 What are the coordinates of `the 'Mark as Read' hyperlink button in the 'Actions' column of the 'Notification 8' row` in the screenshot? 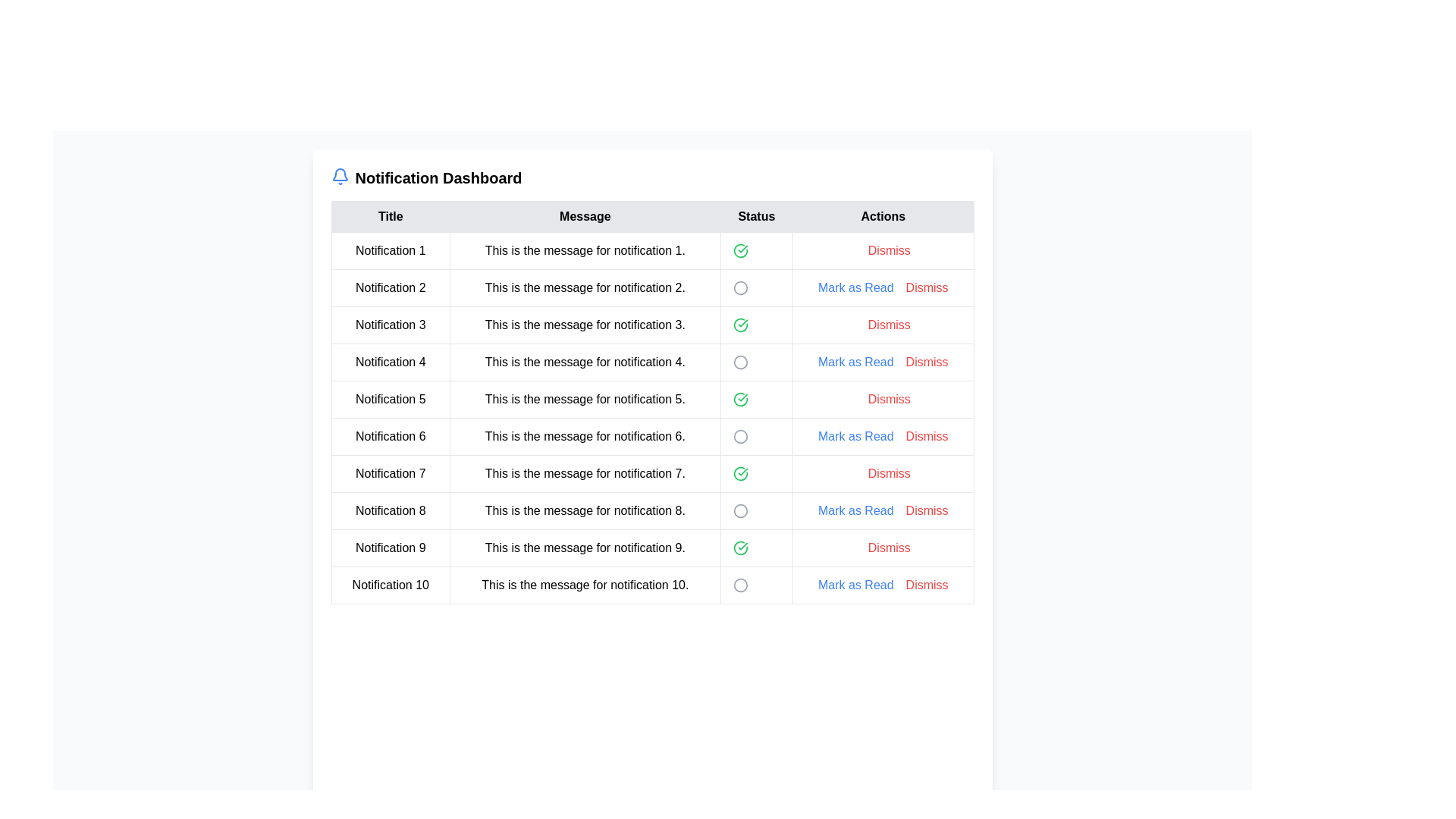 It's located at (883, 511).